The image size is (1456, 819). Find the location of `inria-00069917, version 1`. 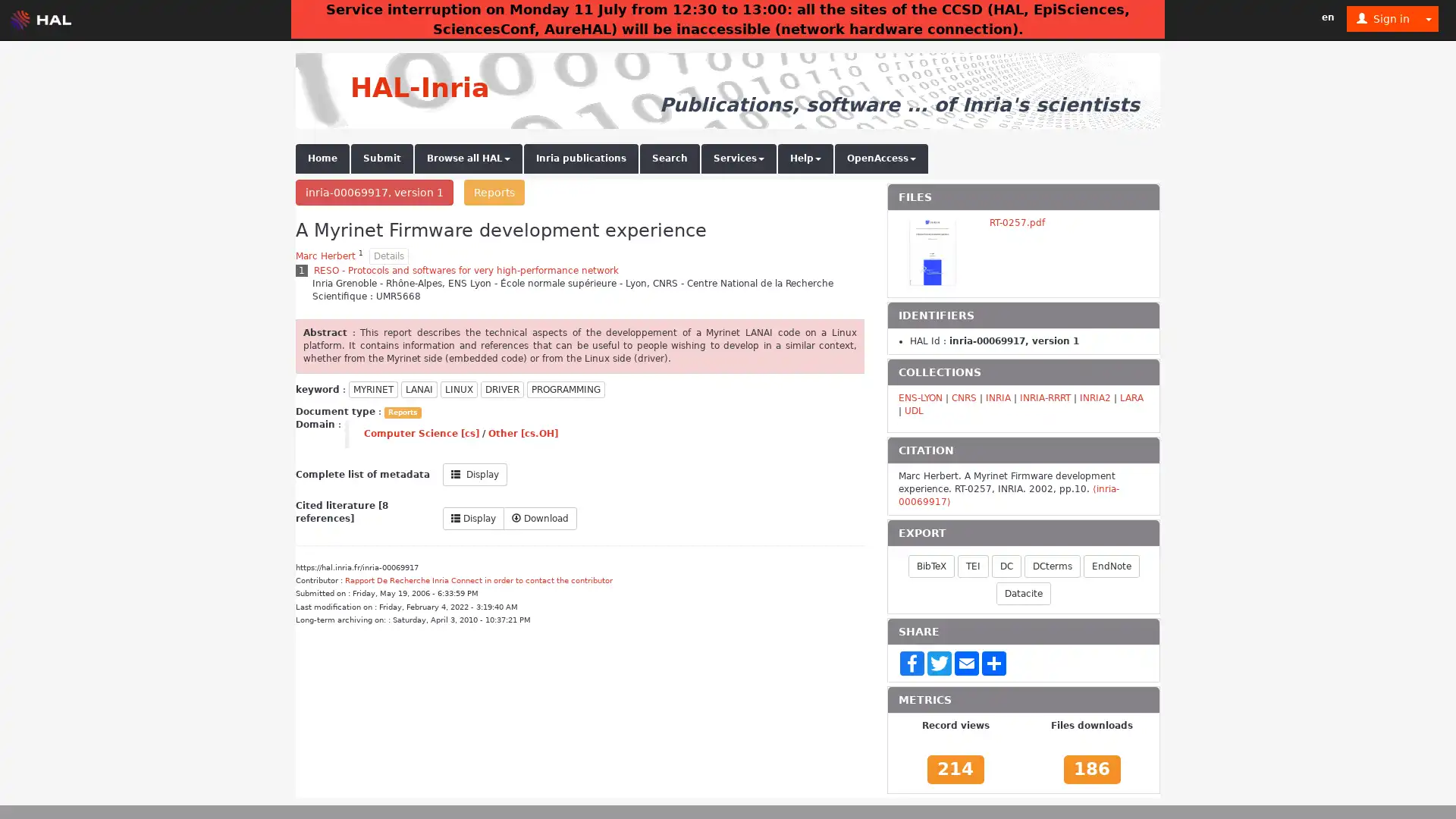

inria-00069917, version 1 is located at coordinates (375, 192).